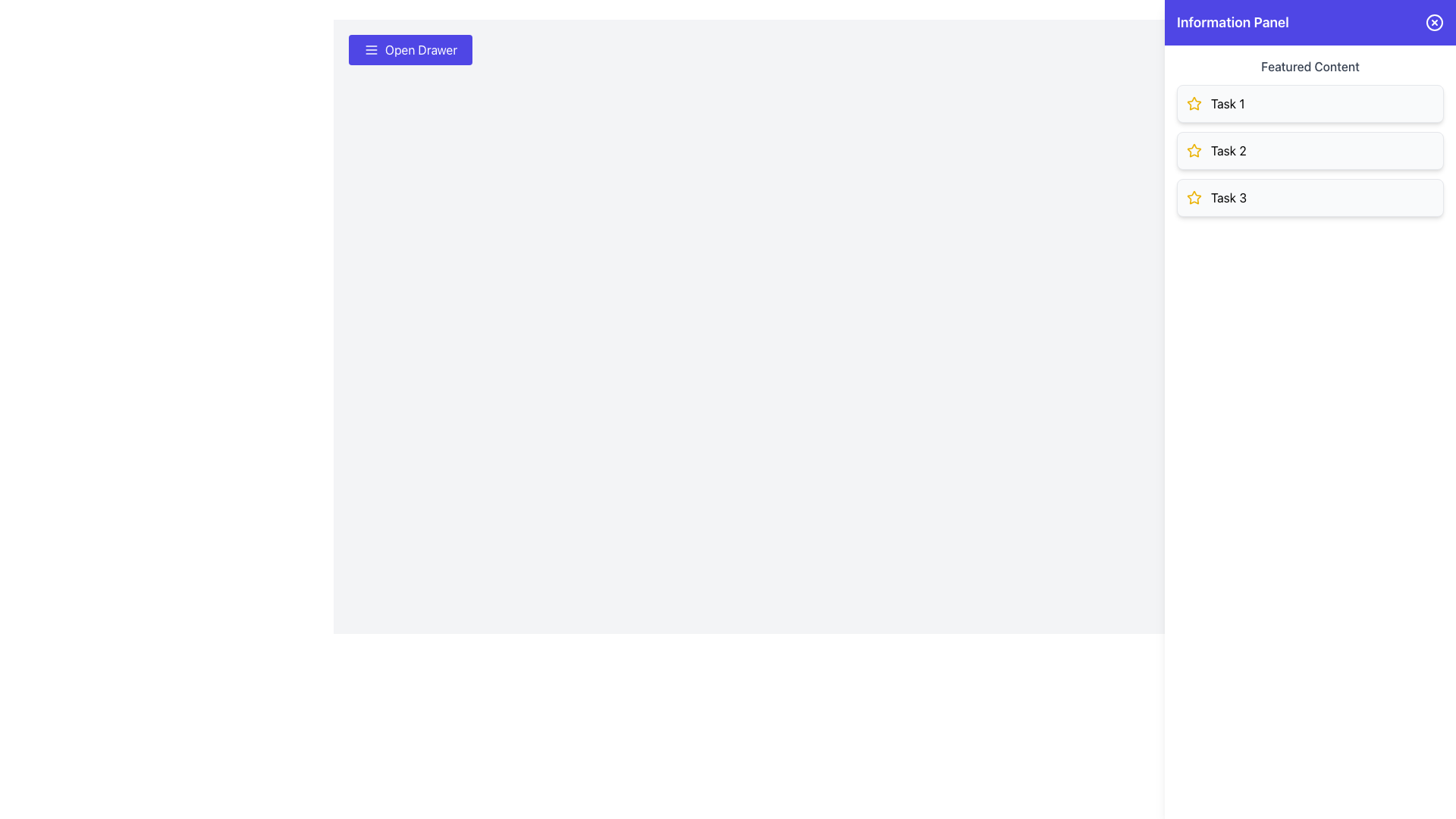 Image resolution: width=1456 pixels, height=819 pixels. I want to click on the star icon with a yellow outline and white fill, associated with the label 'Task 3', so click(1193, 197).